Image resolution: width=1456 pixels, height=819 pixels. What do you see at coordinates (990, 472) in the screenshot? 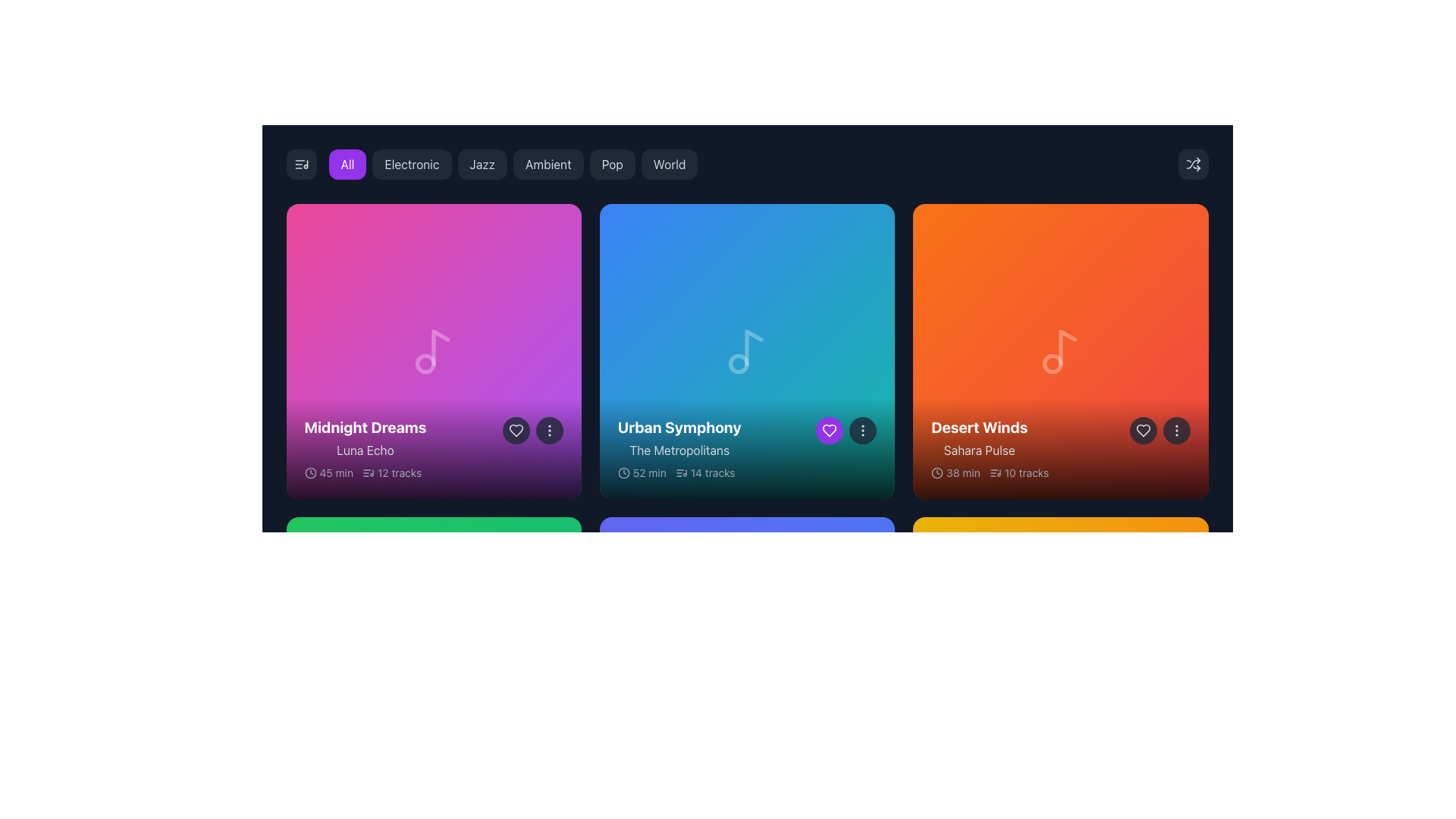
I see `information displayed in the text element that shows '38 min 10 tracks' with associated icons, located in the bottom section of the 'Desert Winds' music card` at bounding box center [990, 472].